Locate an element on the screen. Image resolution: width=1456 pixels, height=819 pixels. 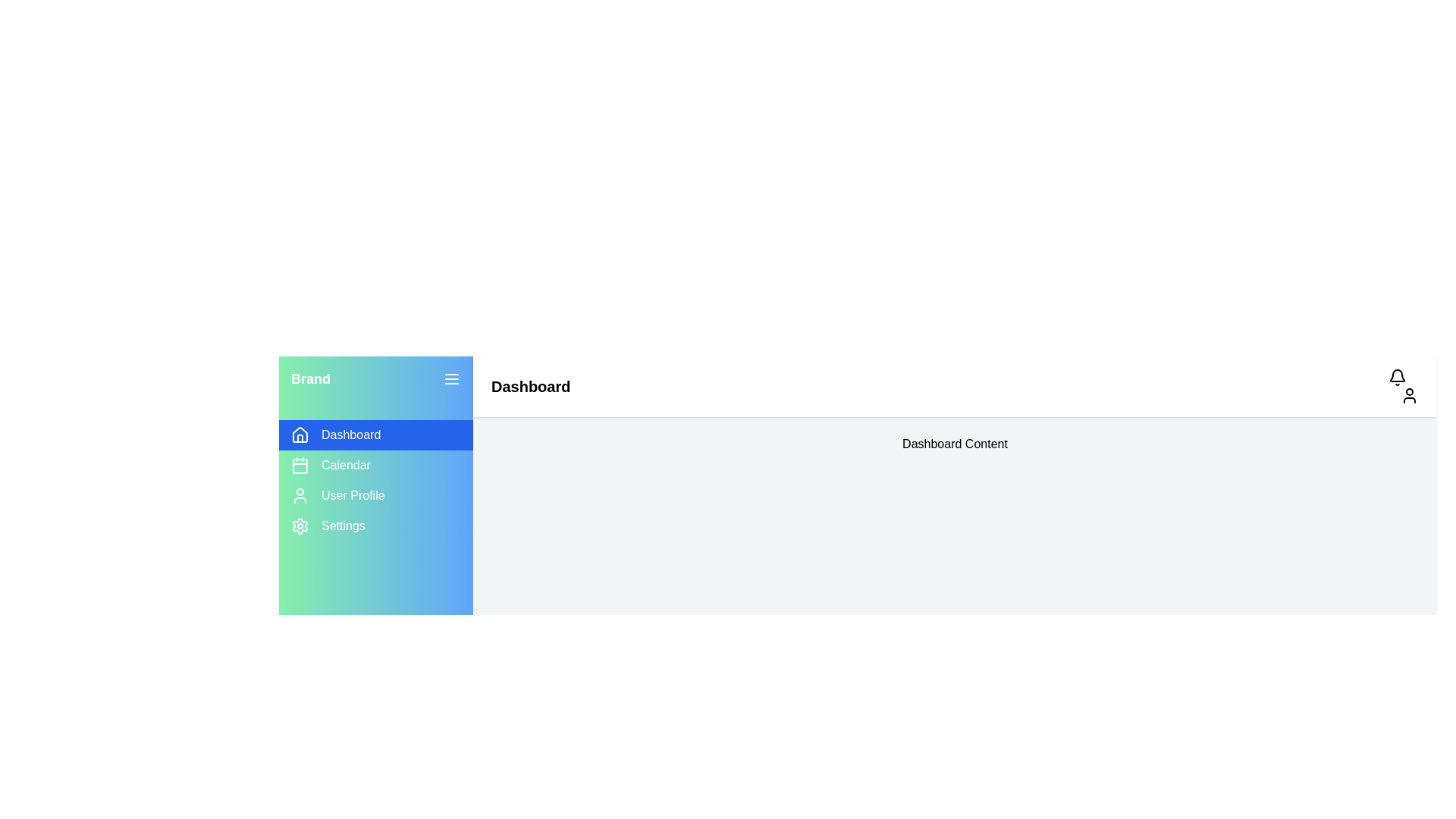
the Dashboard navigation button located in the vertical menu on the left side of the interface to trigger the hover effect is located at coordinates (375, 435).